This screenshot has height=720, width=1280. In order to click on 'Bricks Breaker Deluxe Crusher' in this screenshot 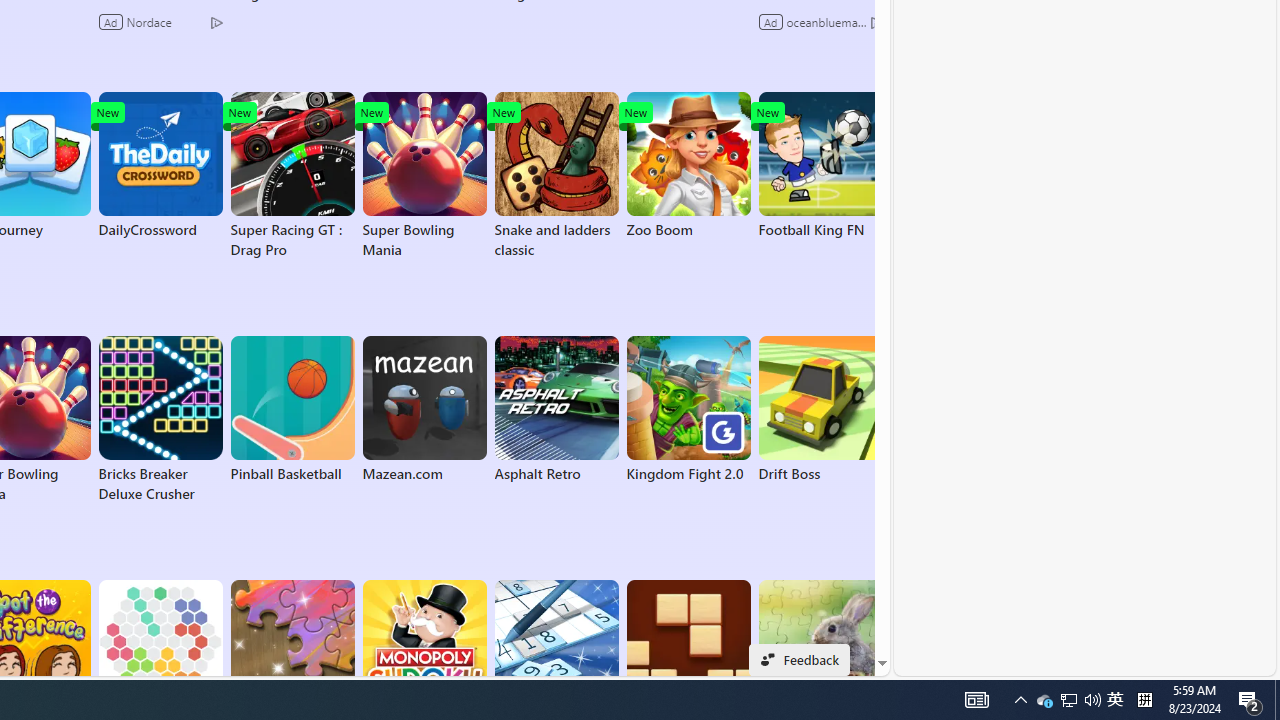, I will do `click(160, 419)`.